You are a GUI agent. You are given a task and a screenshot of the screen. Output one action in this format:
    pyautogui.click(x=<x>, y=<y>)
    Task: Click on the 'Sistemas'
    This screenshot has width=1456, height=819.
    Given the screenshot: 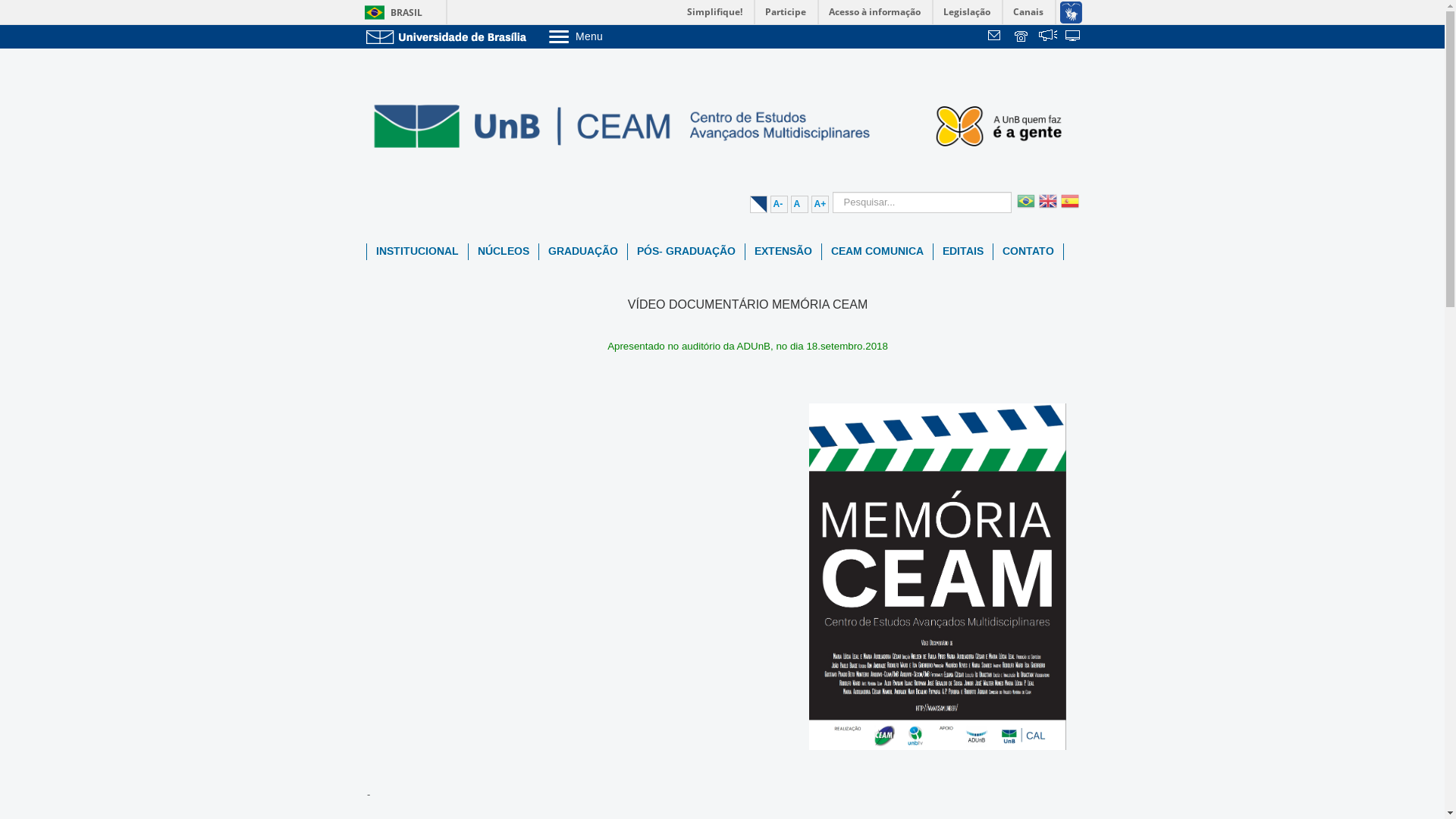 What is the action you would take?
    pyautogui.click(x=1073, y=36)
    